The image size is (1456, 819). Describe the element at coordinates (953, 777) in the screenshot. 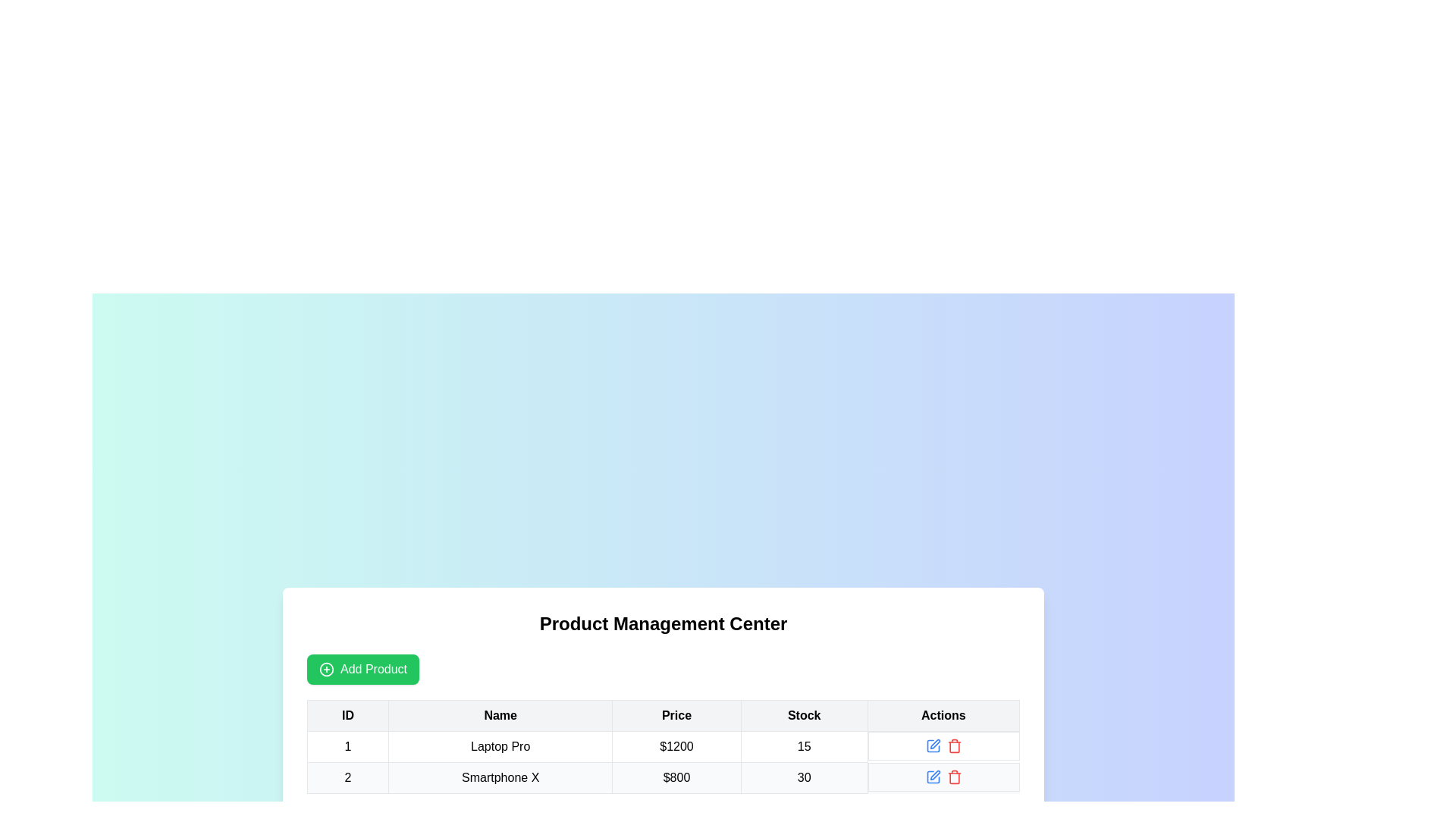

I see `the red trash bin icon button in the second row of the 'Actions' column` at that location.